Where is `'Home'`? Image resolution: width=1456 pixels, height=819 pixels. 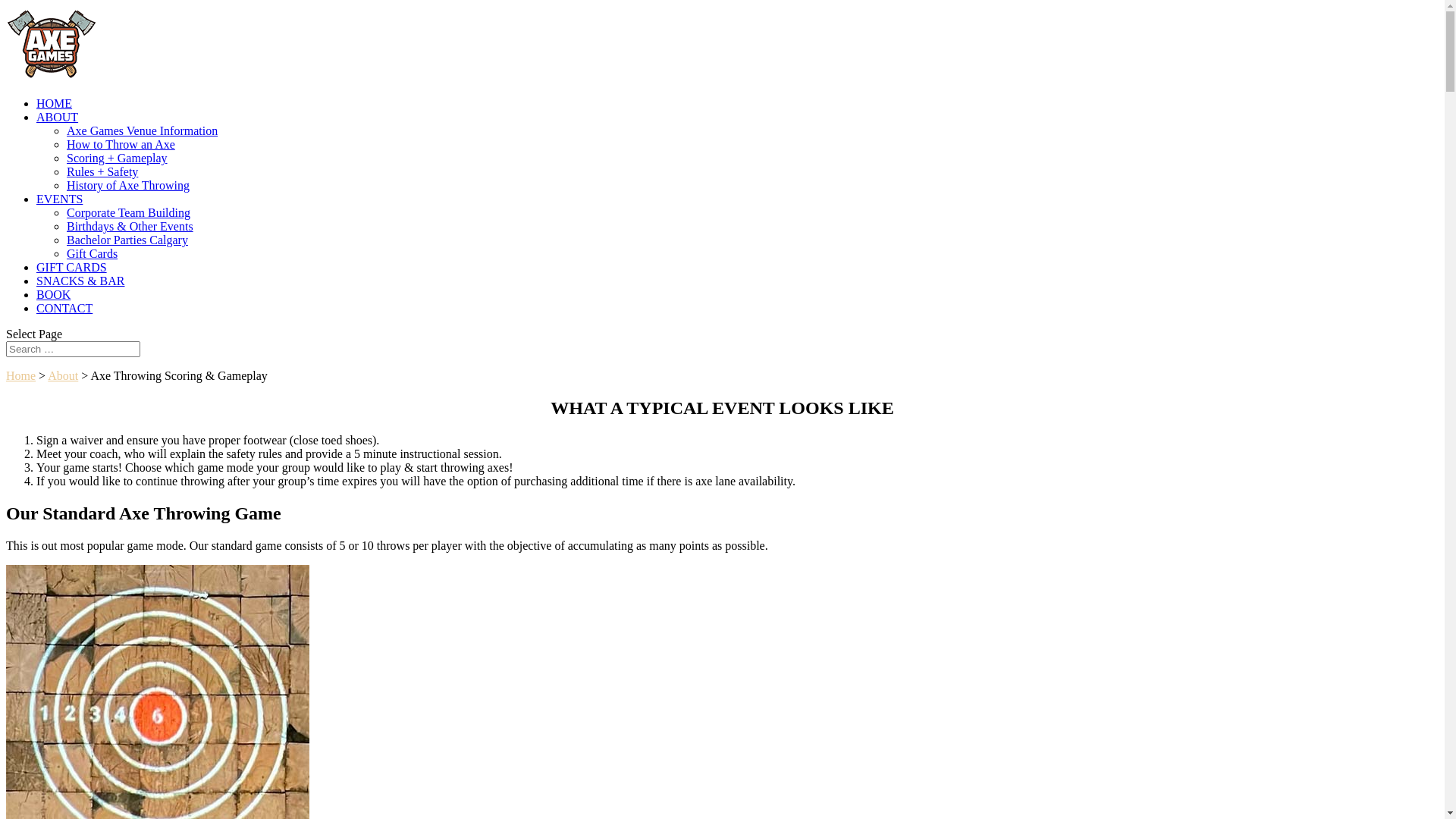 'Home' is located at coordinates (20, 375).